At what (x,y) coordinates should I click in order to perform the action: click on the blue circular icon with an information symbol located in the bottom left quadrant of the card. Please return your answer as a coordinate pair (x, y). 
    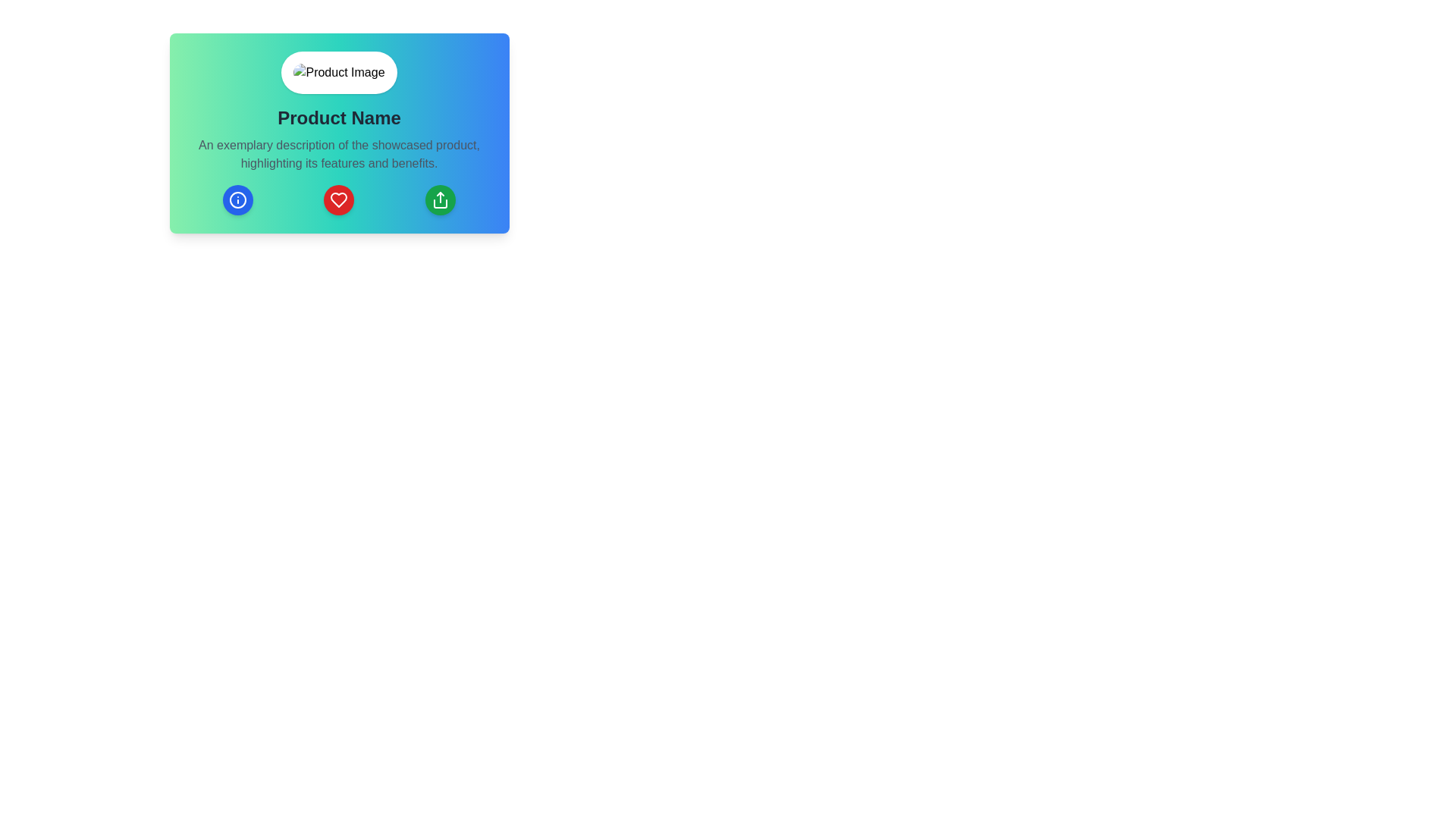
    Looking at the image, I should click on (237, 199).